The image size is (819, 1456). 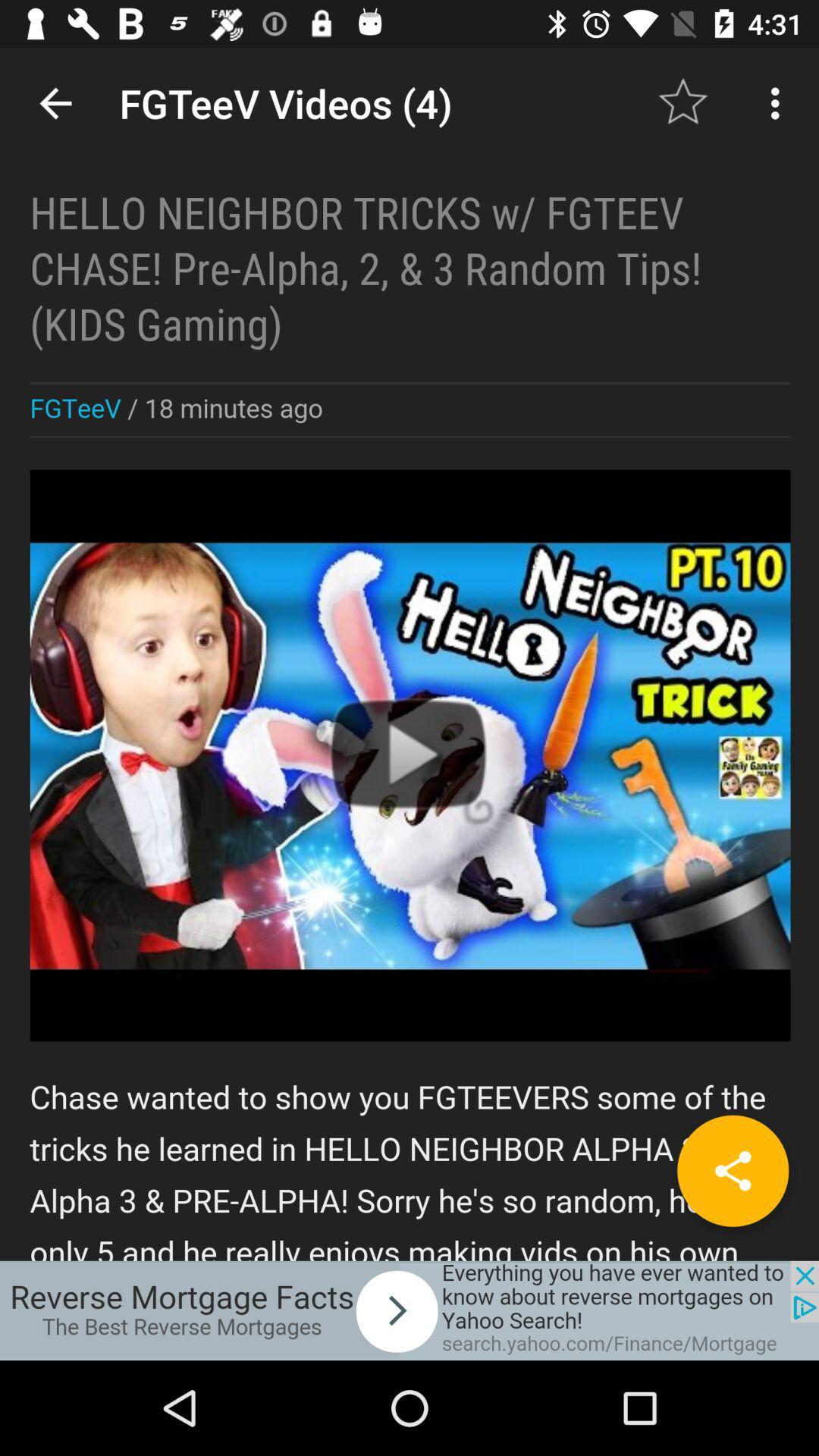 What do you see at coordinates (409, 654) in the screenshot?
I see `principal screen` at bounding box center [409, 654].